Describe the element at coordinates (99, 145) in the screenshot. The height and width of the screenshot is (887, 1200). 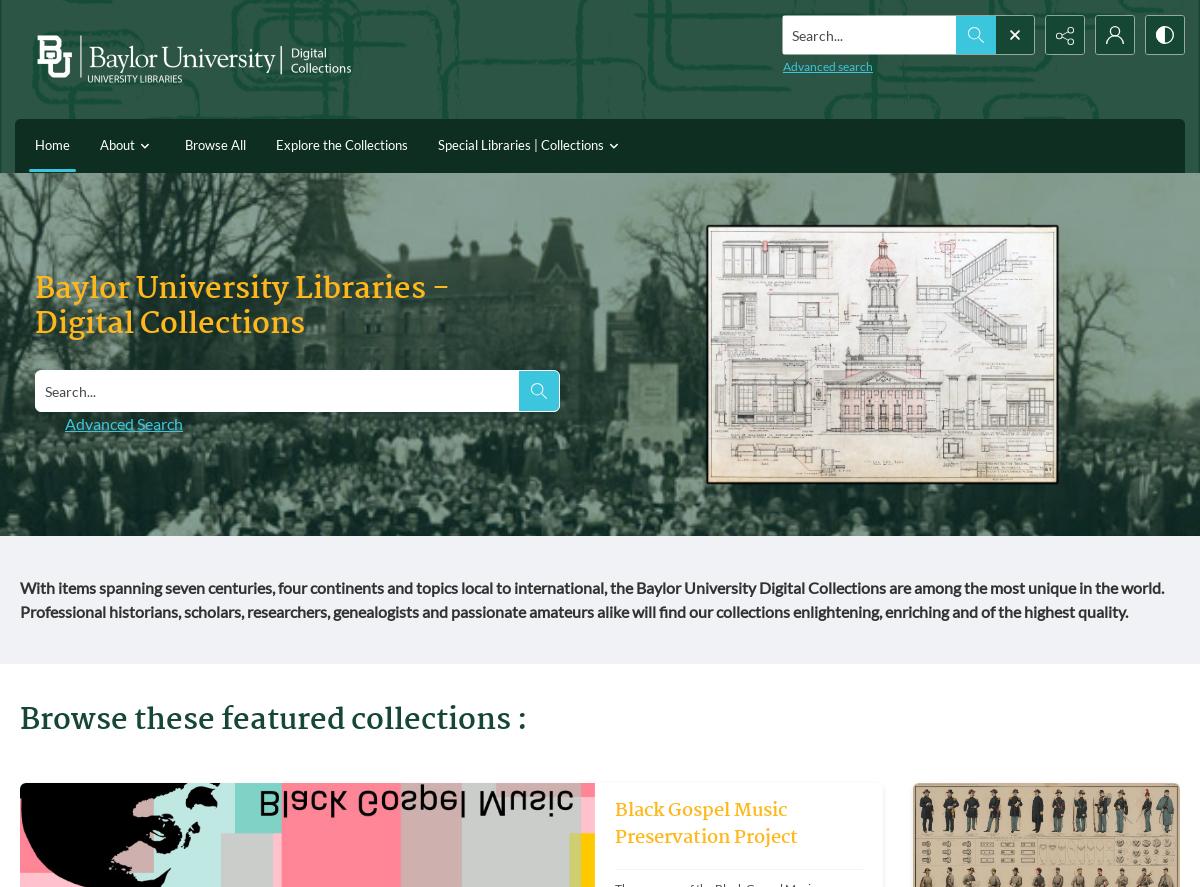
I see `'About'` at that location.